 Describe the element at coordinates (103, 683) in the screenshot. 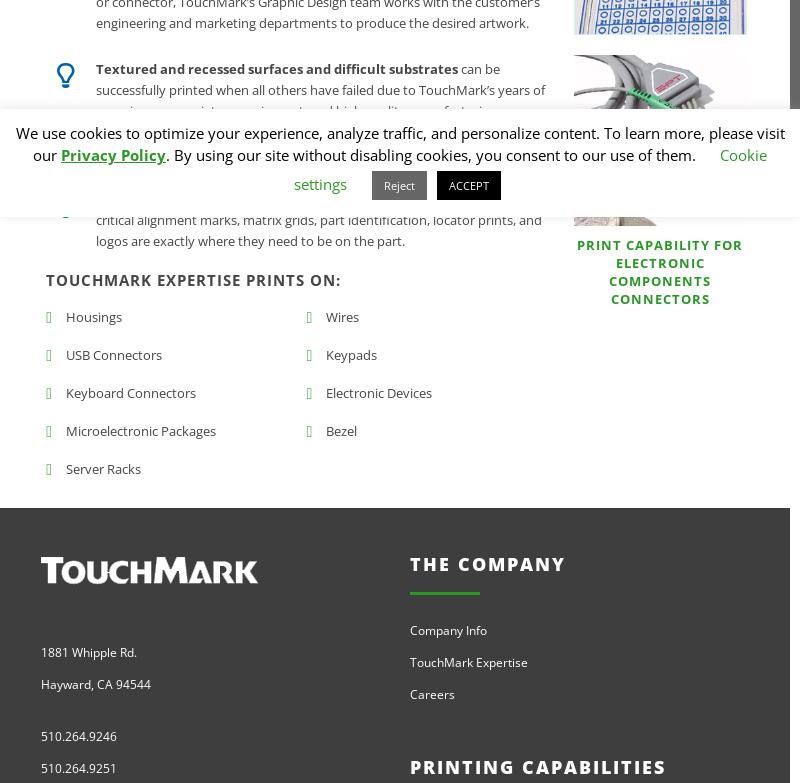

I see `'CA'` at that location.